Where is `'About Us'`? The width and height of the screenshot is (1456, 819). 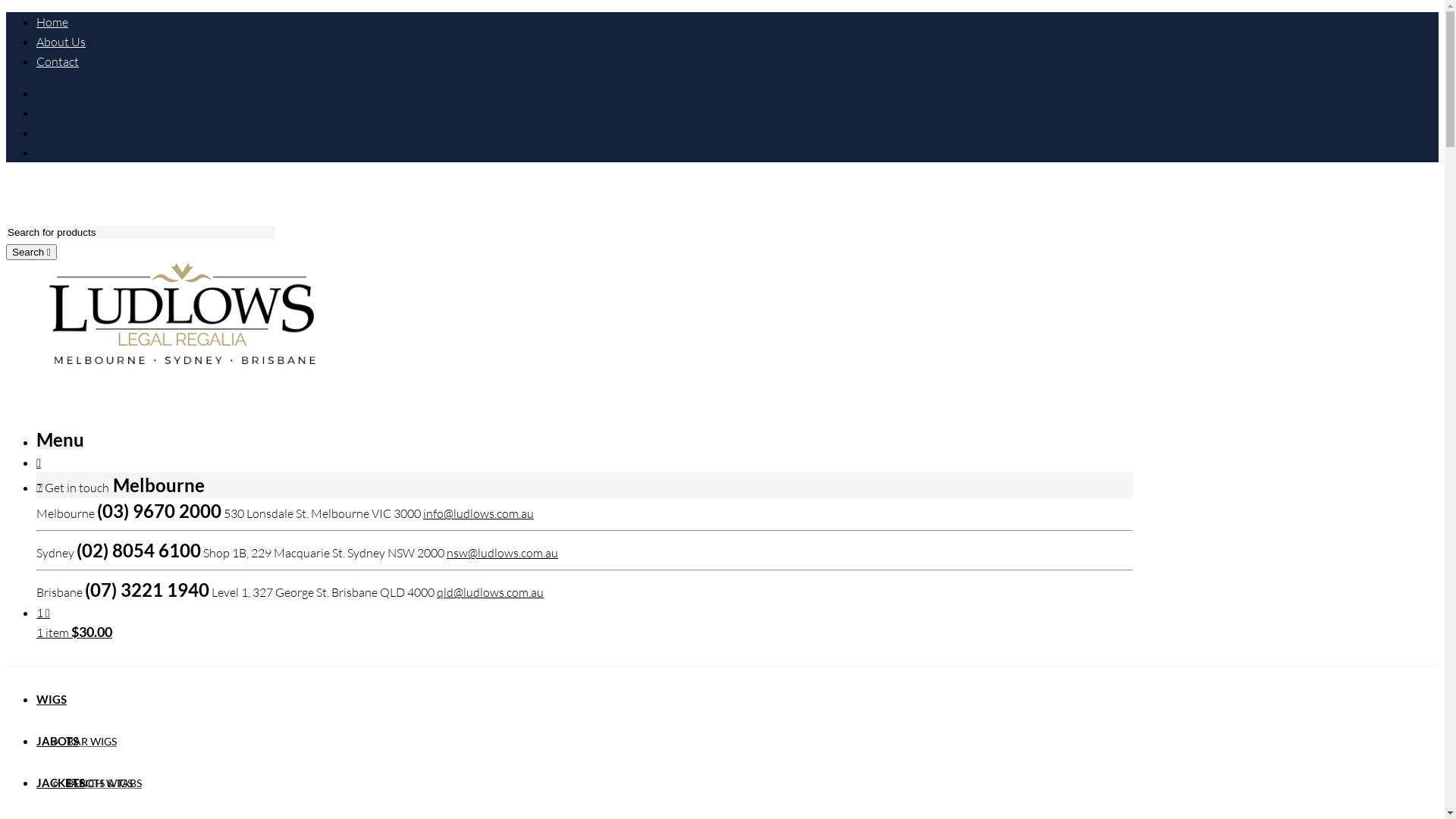
'About Us' is located at coordinates (61, 40).